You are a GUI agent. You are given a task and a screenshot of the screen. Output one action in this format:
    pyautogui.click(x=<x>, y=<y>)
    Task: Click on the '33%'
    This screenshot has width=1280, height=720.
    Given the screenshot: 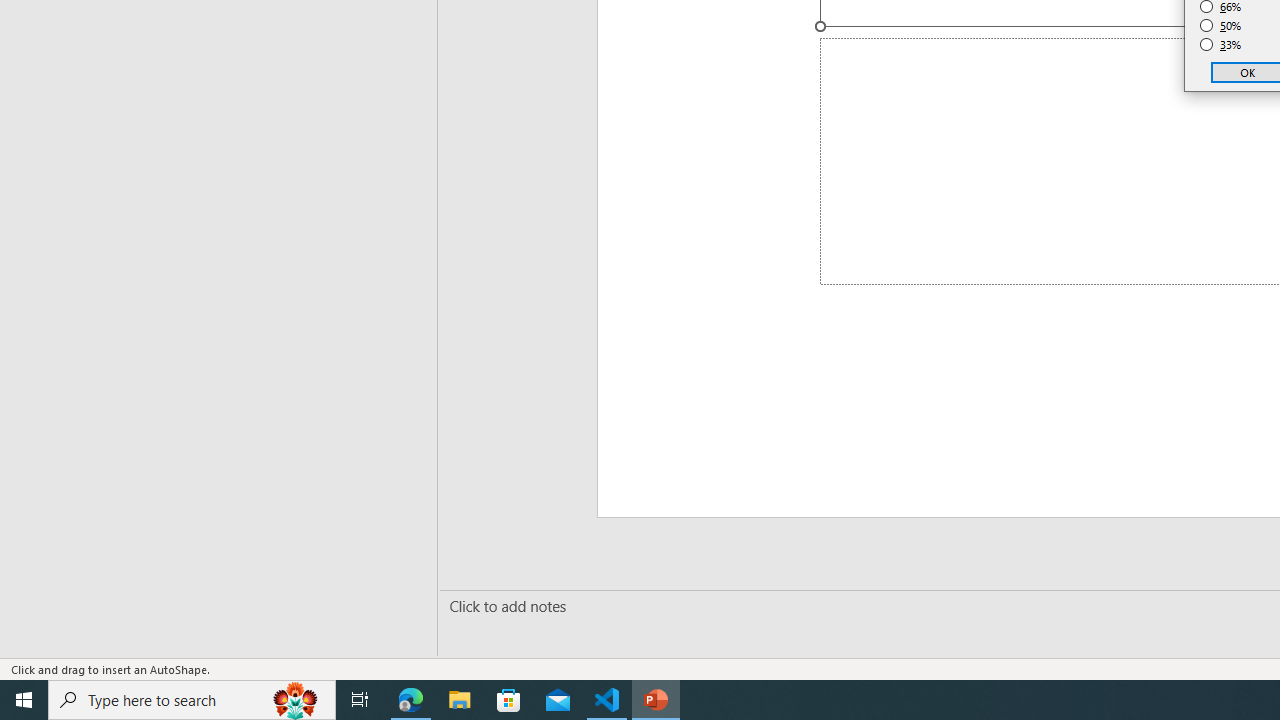 What is the action you would take?
    pyautogui.click(x=1220, y=45)
    